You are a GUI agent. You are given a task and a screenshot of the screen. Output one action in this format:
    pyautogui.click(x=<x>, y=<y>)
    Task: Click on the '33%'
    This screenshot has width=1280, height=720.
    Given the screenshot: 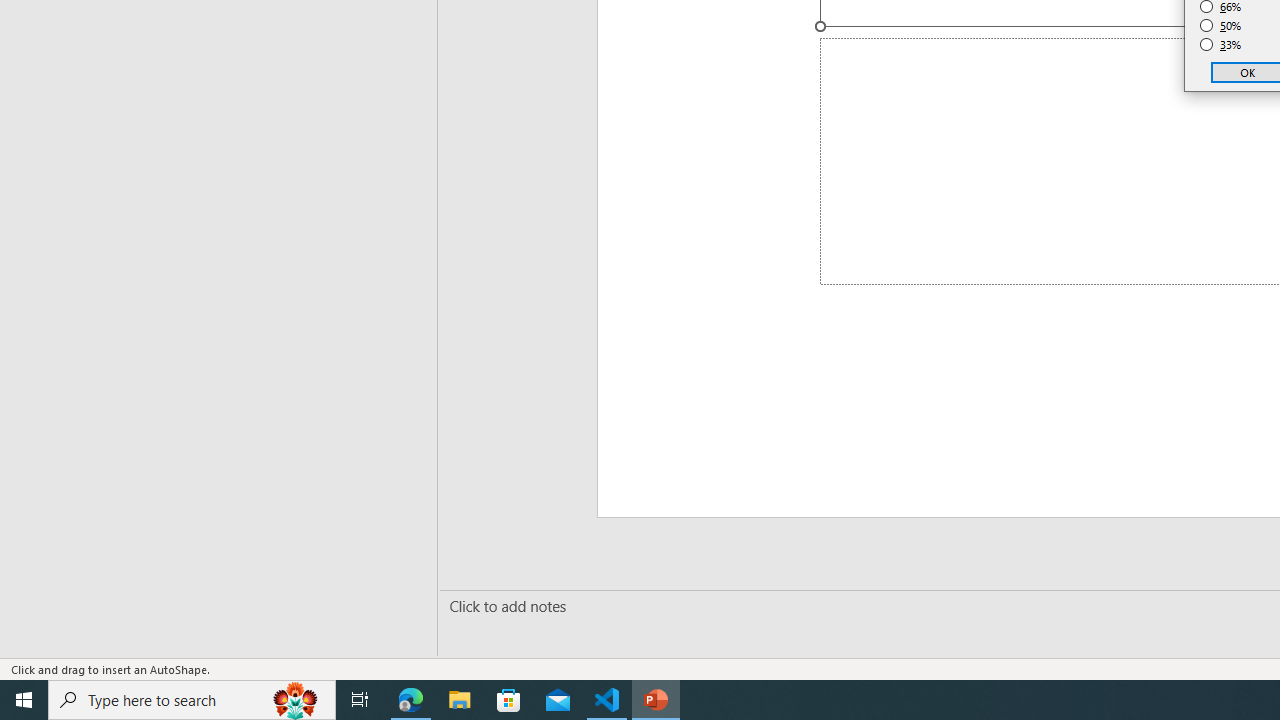 What is the action you would take?
    pyautogui.click(x=1220, y=45)
    